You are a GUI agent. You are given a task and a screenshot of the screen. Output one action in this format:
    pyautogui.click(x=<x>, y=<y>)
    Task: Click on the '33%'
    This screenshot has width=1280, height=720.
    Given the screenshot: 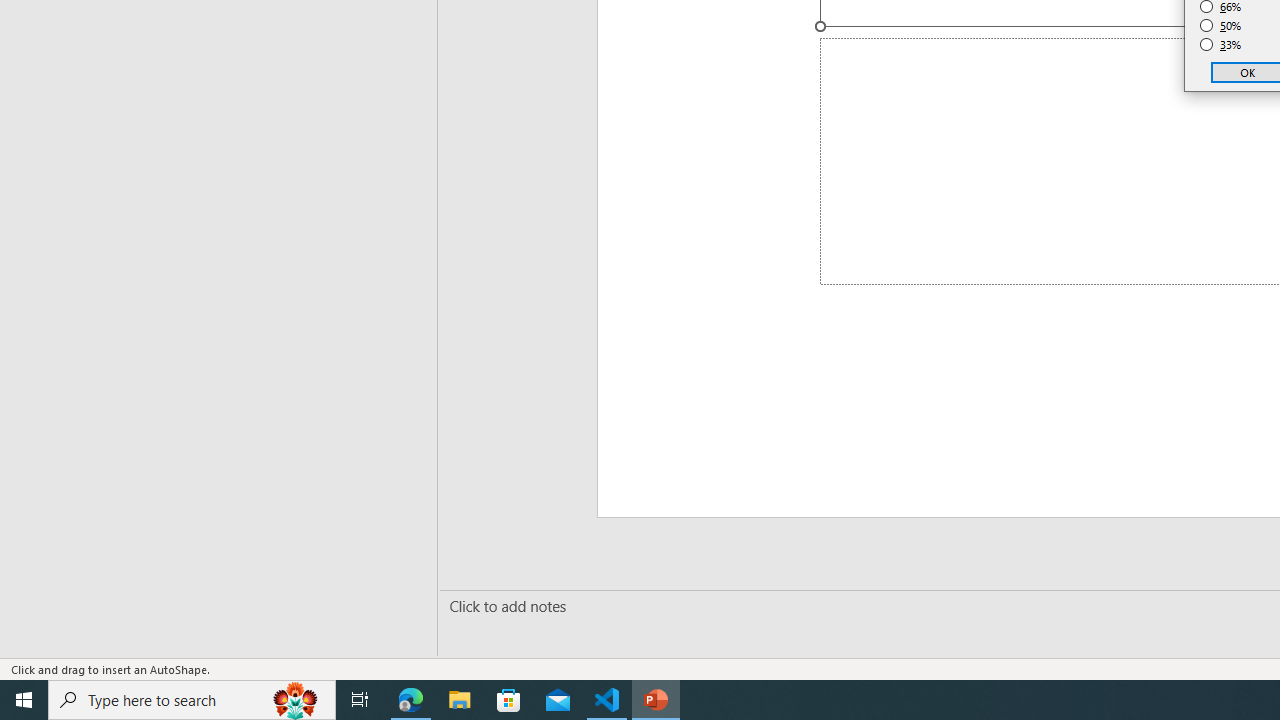 What is the action you would take?
    pyautogui.click(x=1220, y=45)
    